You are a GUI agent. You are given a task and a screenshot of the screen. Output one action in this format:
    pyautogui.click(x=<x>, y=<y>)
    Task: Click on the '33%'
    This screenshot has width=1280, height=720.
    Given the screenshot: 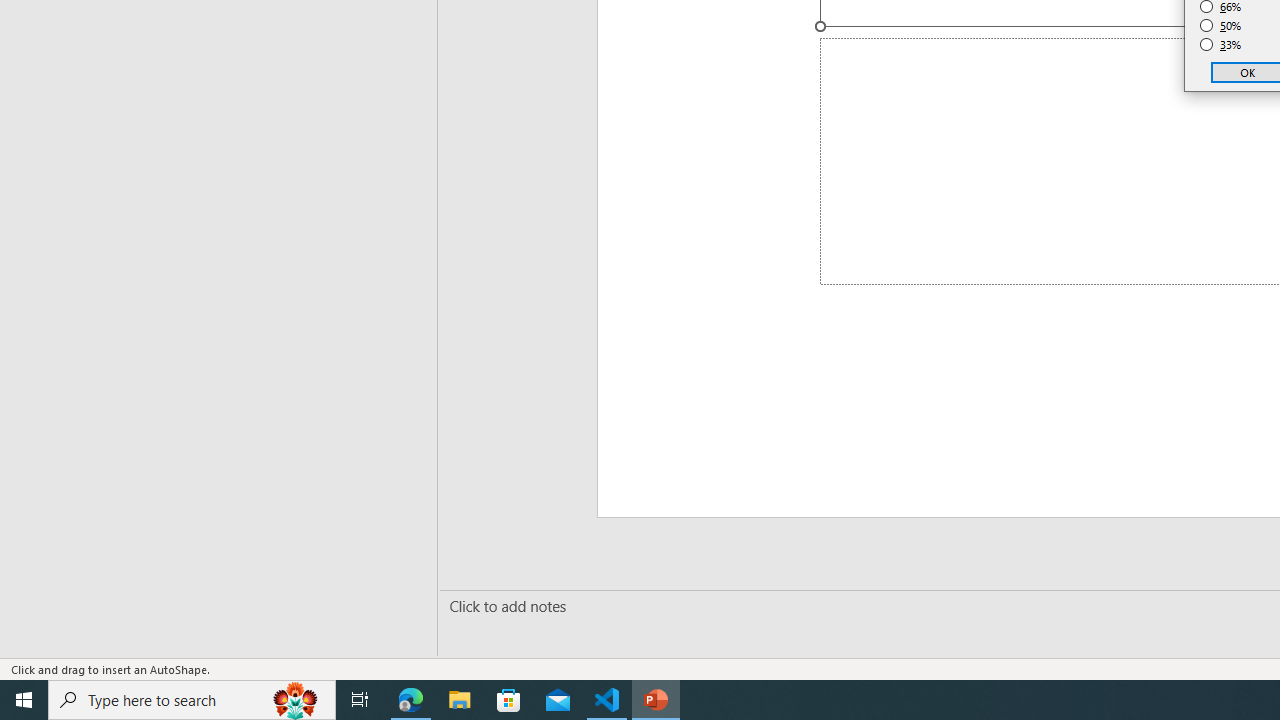 What is the action you would take?
    pyautogui.click(x=1220, y=45)
    